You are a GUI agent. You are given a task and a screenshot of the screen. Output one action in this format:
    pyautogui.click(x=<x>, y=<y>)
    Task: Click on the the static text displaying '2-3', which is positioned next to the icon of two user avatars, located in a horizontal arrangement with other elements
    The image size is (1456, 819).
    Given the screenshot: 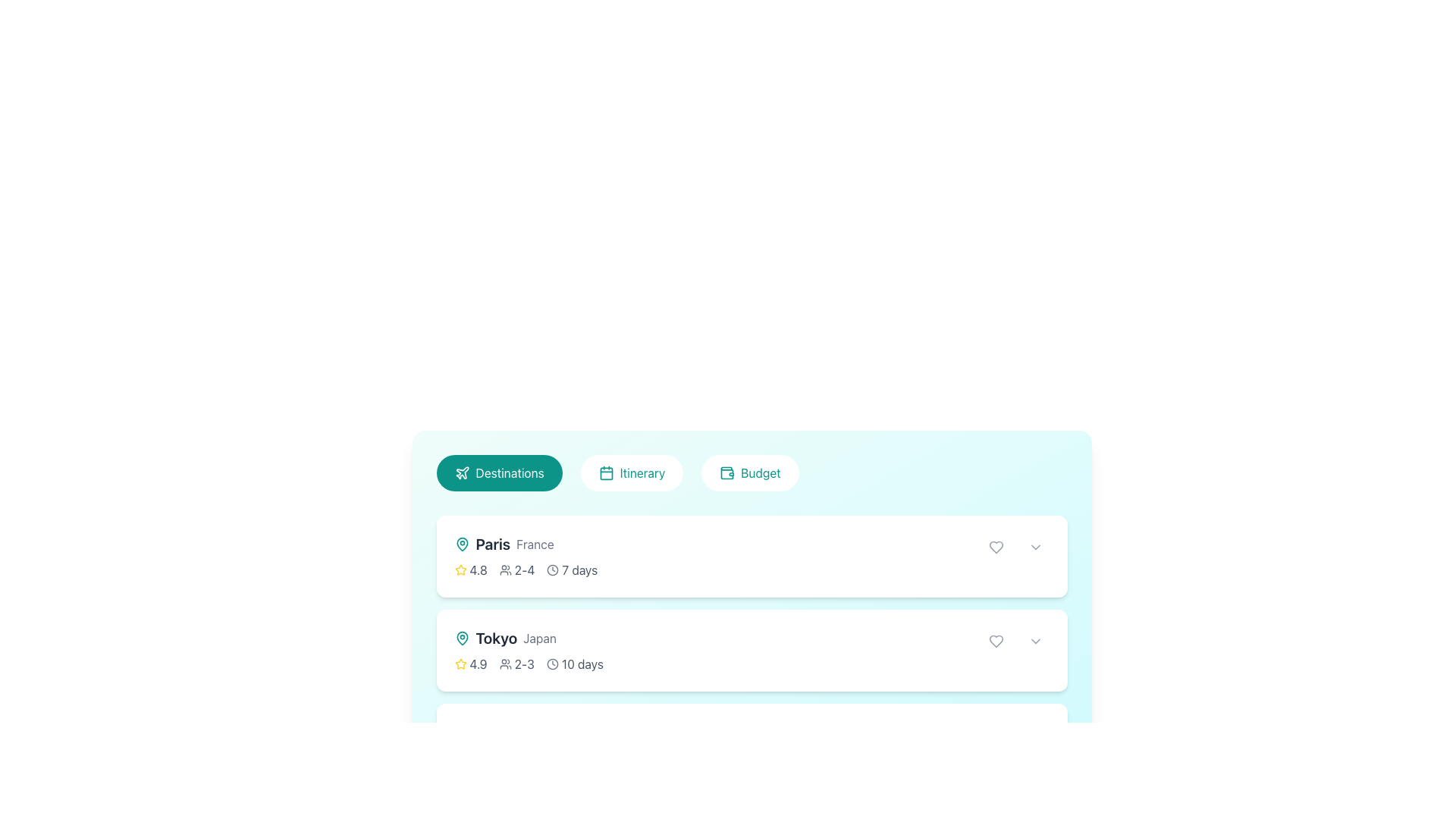 What is the action you would take?
    pyautogui.click(x=516, y=663)
    